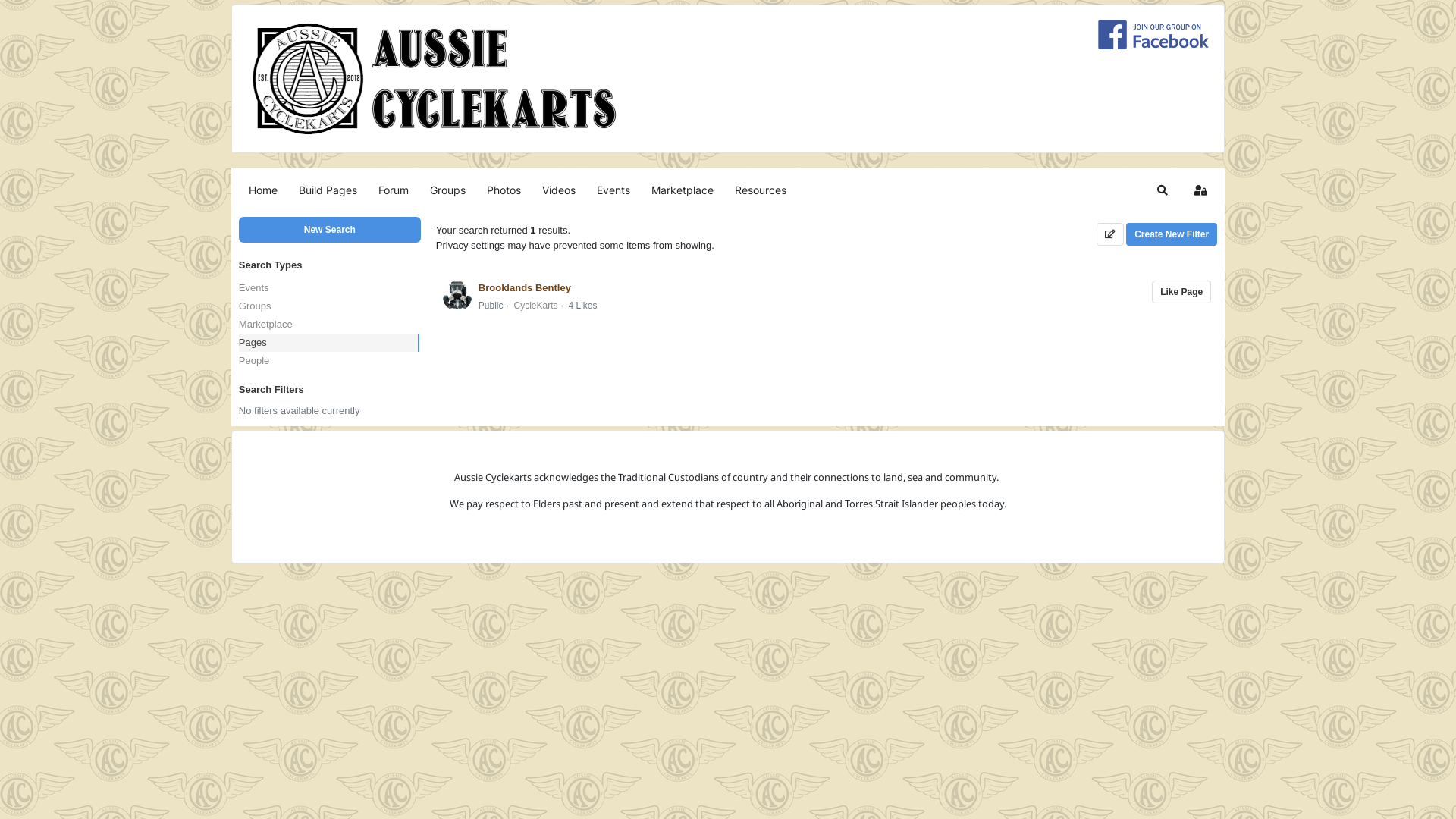  Describe the element at coordinates (1151, 292) in the screenshot. I see `'Like Page'` at that location.